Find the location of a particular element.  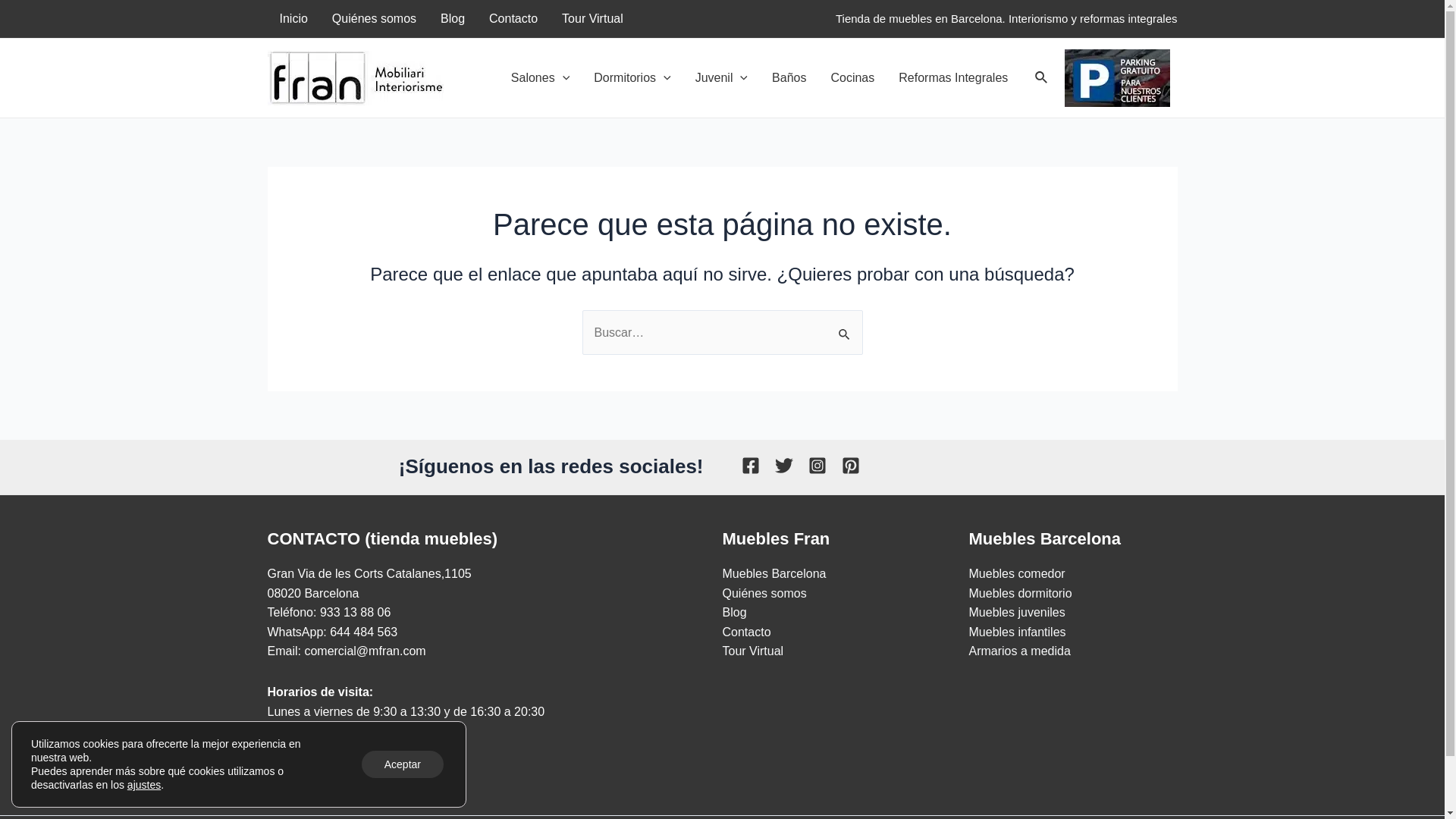

'Muebles infantiles' is located at coordinates (1018, 632).